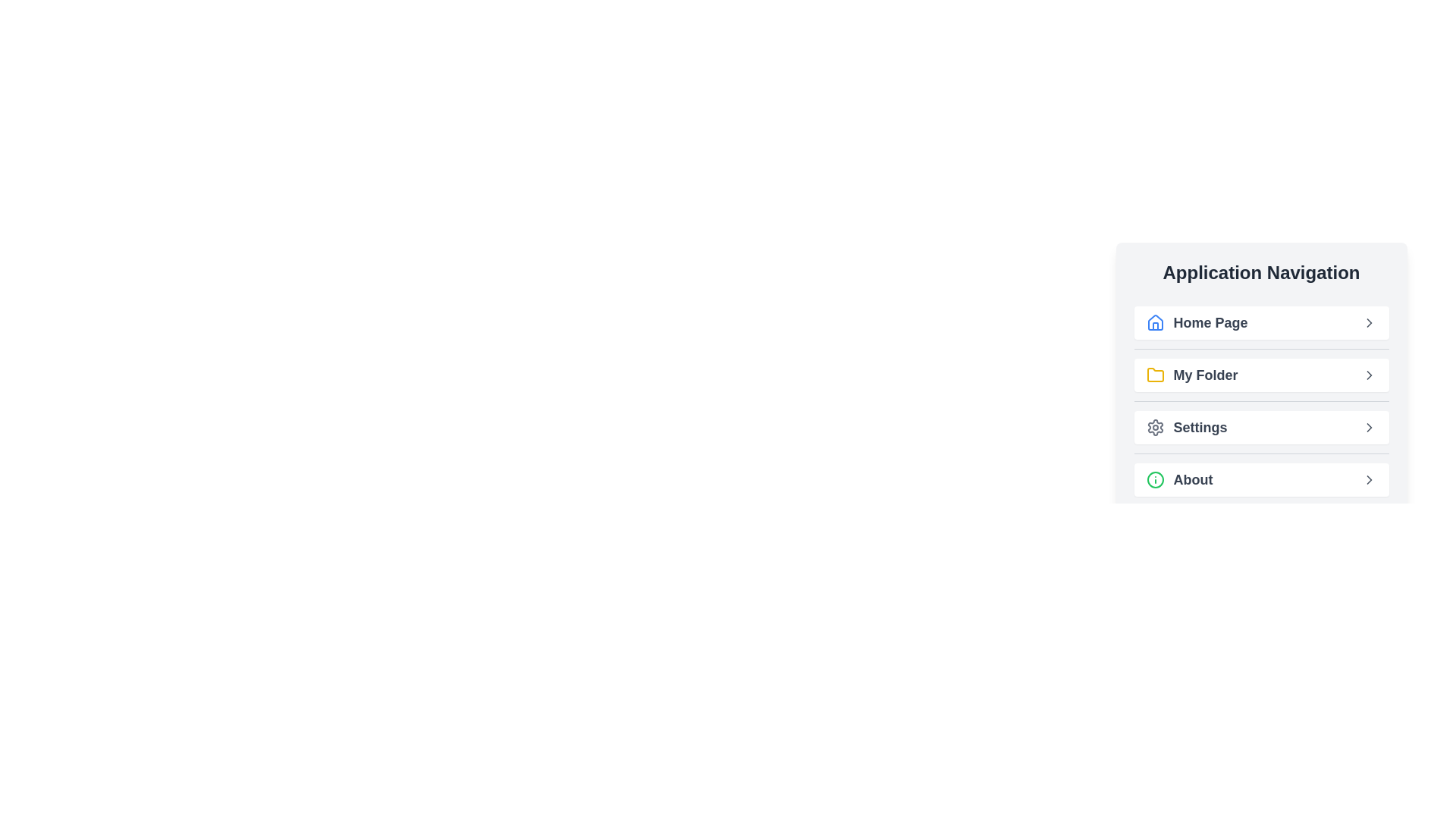 The image size is (1456, 819). Describe the element at coordinates (1154, 322) in the screenshot. I see `the 'Home Page' navigation icon, which is located in the 'Application Navigation' section, to the left of the text 'Home Page'` at that location.